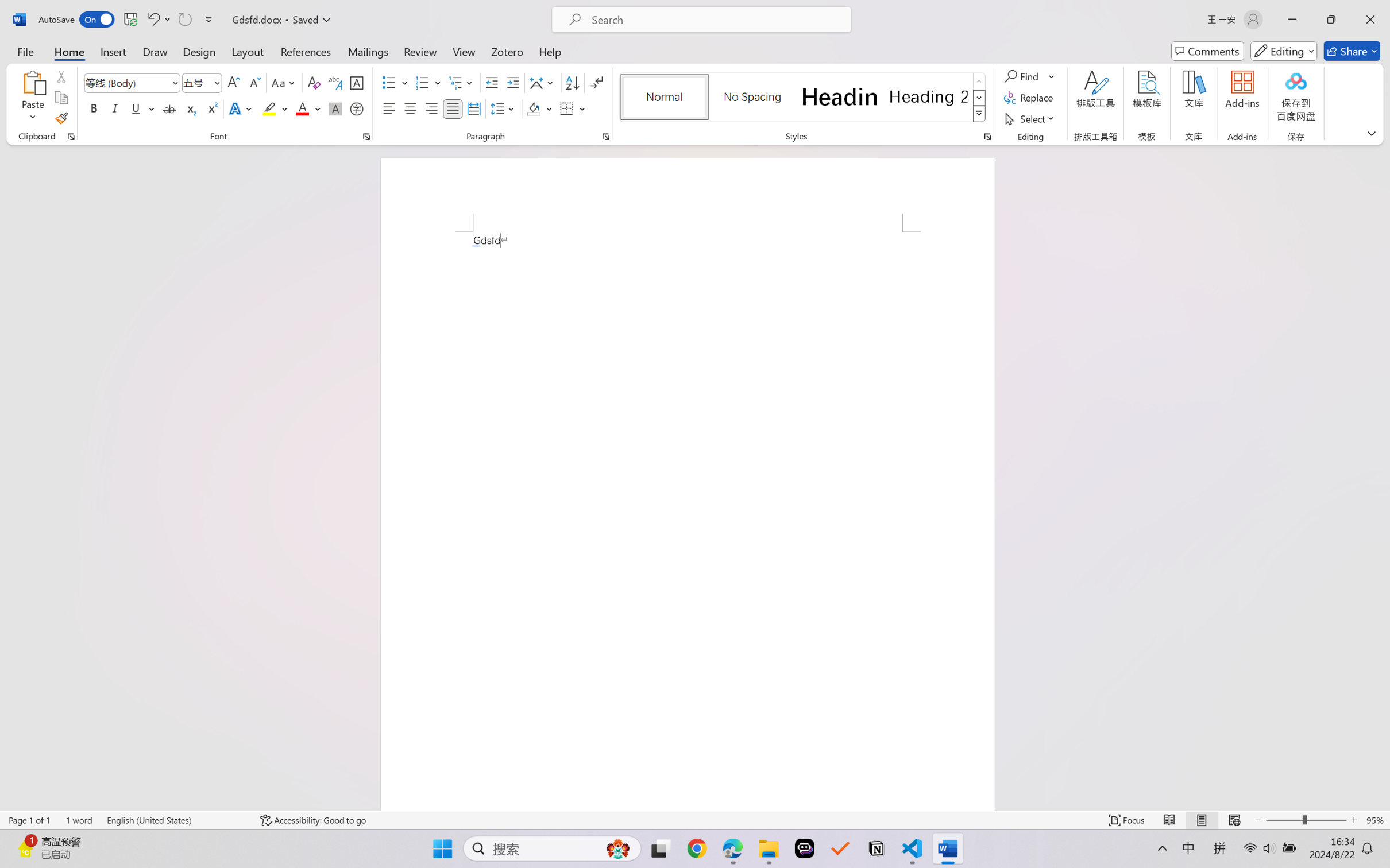 The height and width of the screenshot is (868, 1390). I want to click on 'Align Right', so click(432, 108).